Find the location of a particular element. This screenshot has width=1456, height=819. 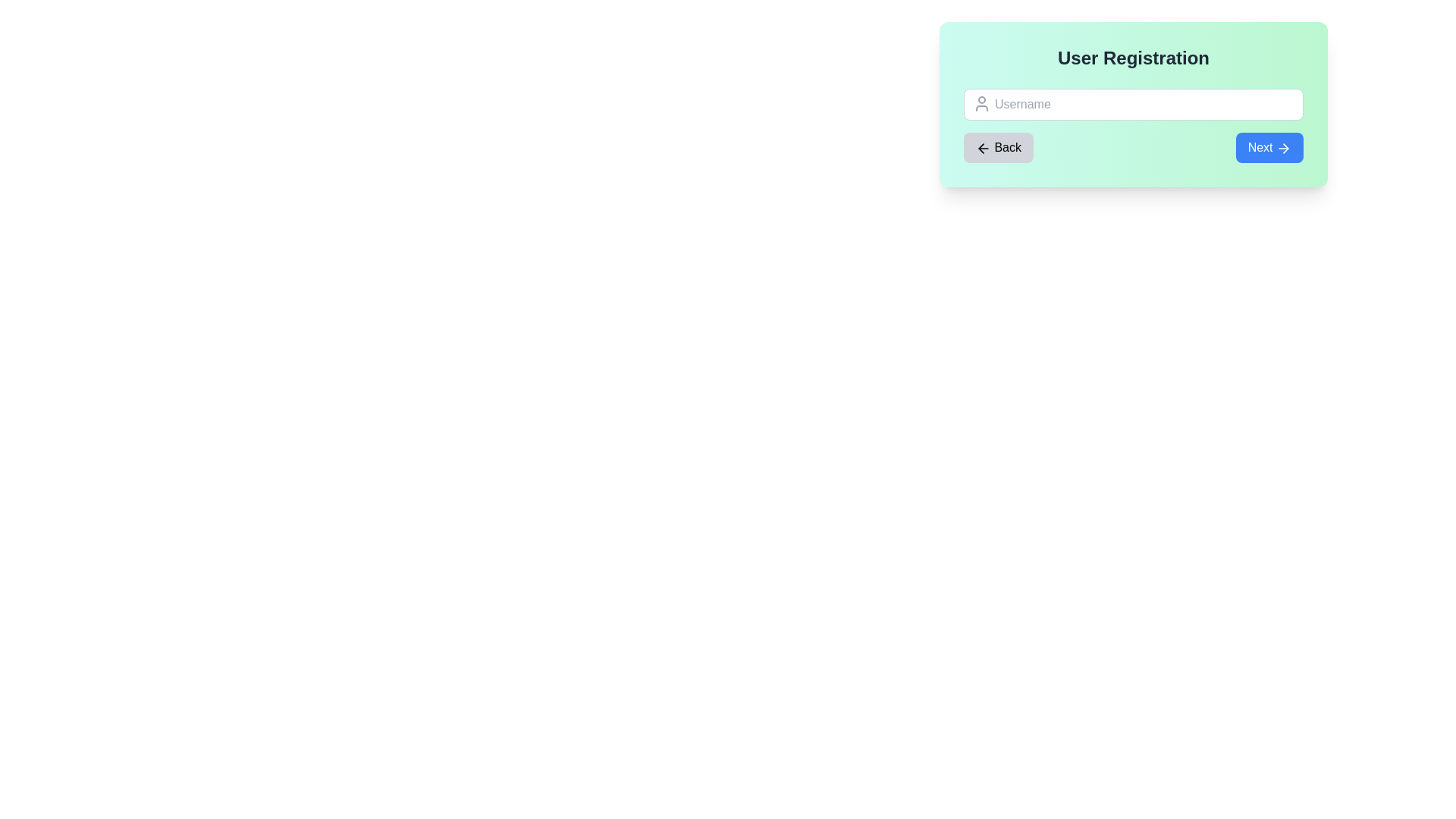

the left-pointing arrow icon, which is part of the 'Back' button in the user registration form is located at coordinates (983, 148).